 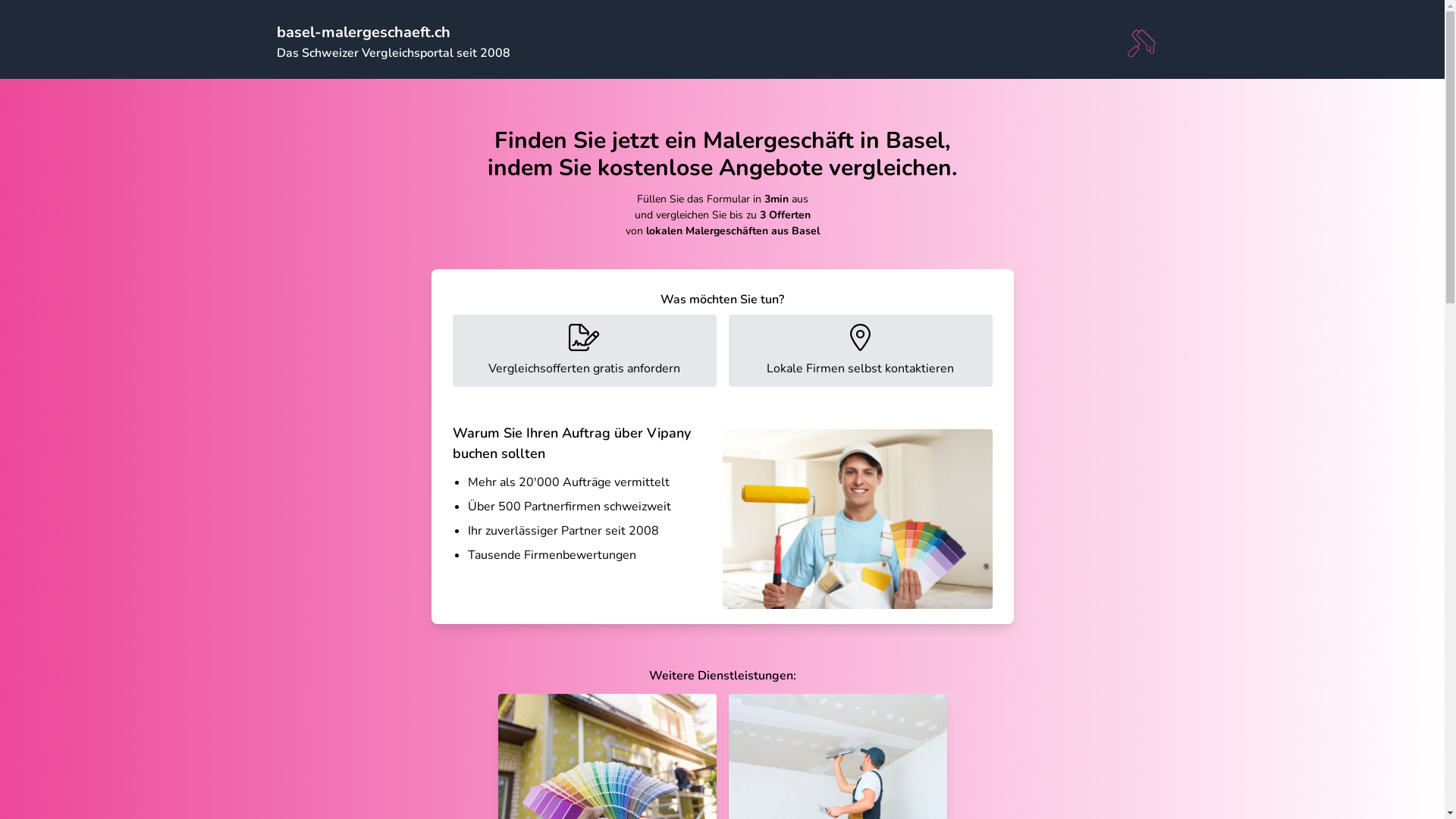 What do you see at coordinates (362, 32) in the screenshot?
I see `'basel-malergeschaeft.ch'` at bounding box center [362, 32].